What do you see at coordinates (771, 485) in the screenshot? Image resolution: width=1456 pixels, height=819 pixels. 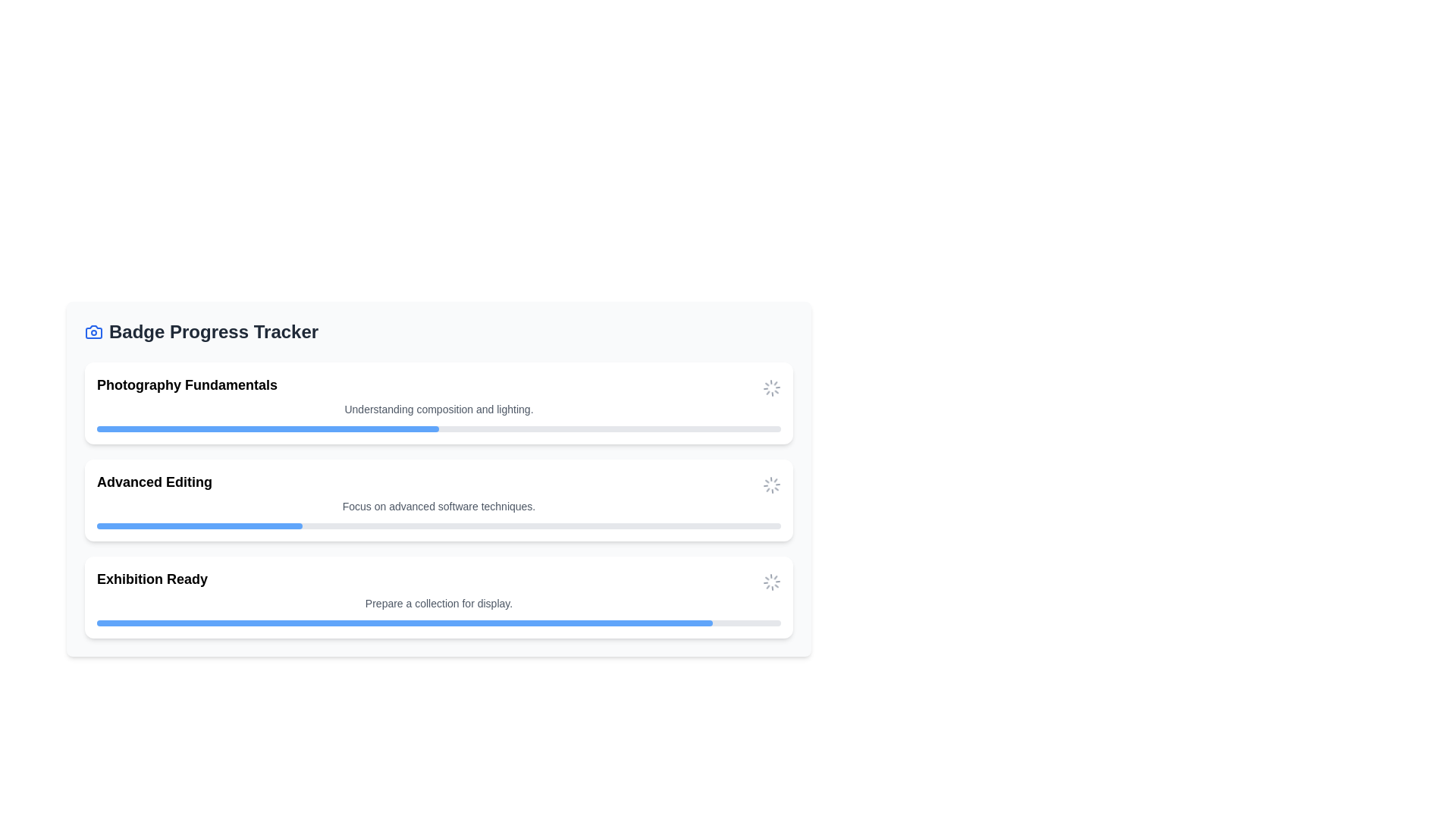 I see `the spinning animation of the Loader Animation Icon located under the 'Advanced Editing' section, positioned at the far right next to the progress bar` at bounding box center [771, 485].